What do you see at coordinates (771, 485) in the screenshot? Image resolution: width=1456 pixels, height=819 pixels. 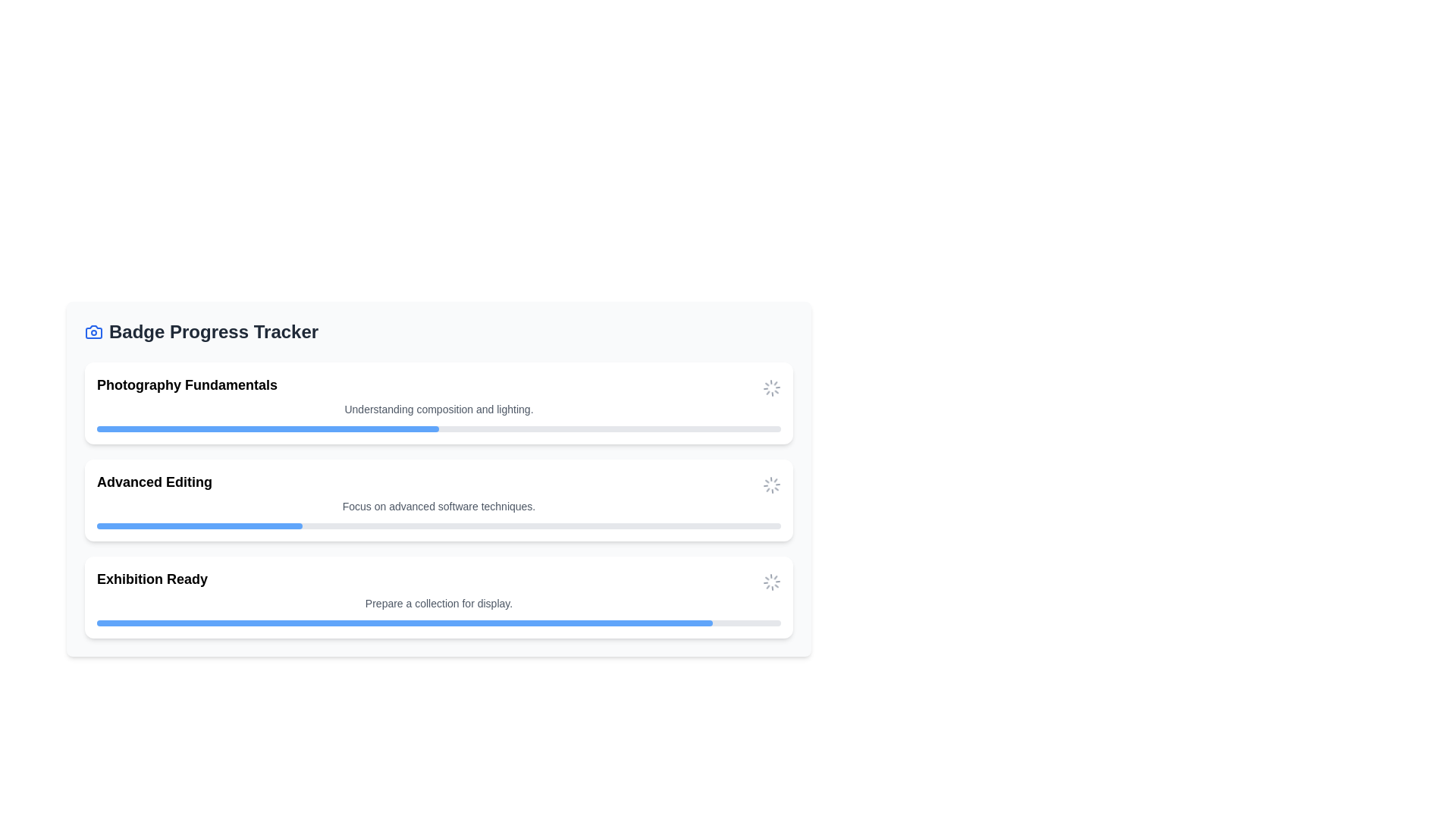 I see `the spinning animation of the Loader Animation Icon located under the 'Advanced Editing' section, positioned at the far right next to the progress bar` at bounding box center [771, 485].